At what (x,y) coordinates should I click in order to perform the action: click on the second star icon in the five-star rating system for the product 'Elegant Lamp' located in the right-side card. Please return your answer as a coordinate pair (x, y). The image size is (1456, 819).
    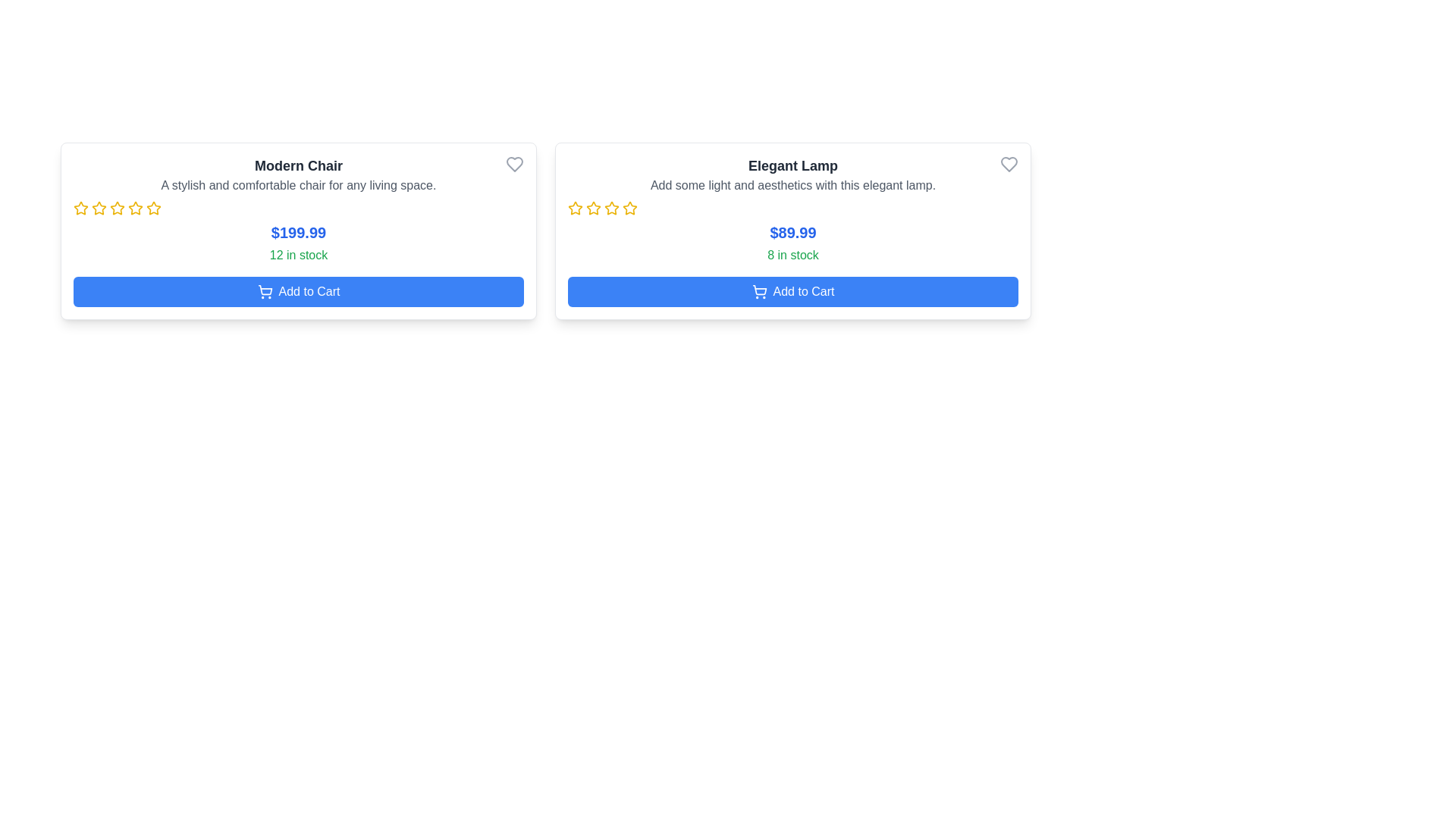
    Looking at the image, I should click on (592, 208).